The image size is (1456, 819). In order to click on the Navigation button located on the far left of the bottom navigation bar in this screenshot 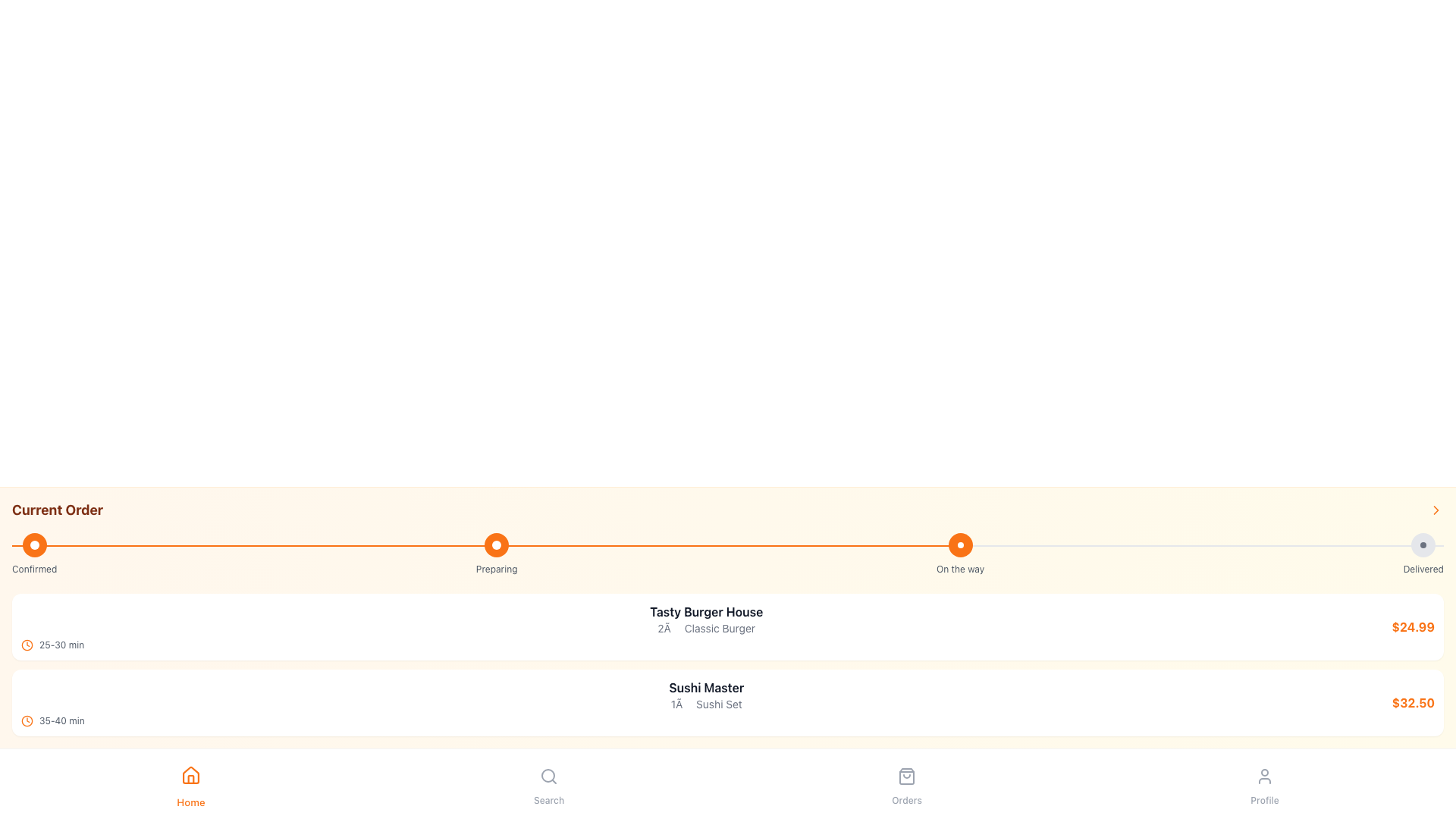, I will do `click(190, 783)`.